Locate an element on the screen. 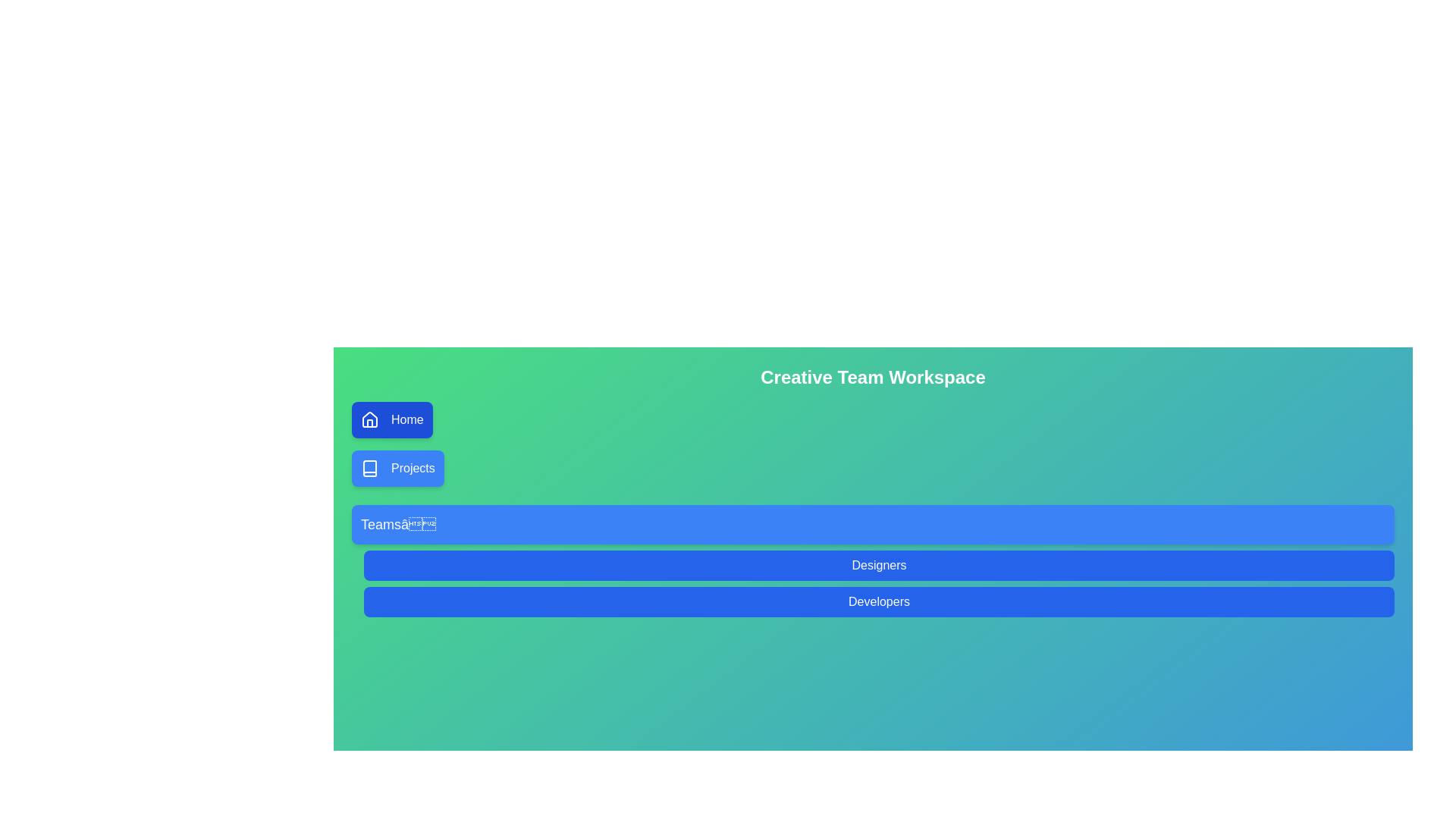  the 'Designers' label, which serves as an informational identifier for the Designers category, positioned above the 'Developers' label is located at coordinates (879, 565).